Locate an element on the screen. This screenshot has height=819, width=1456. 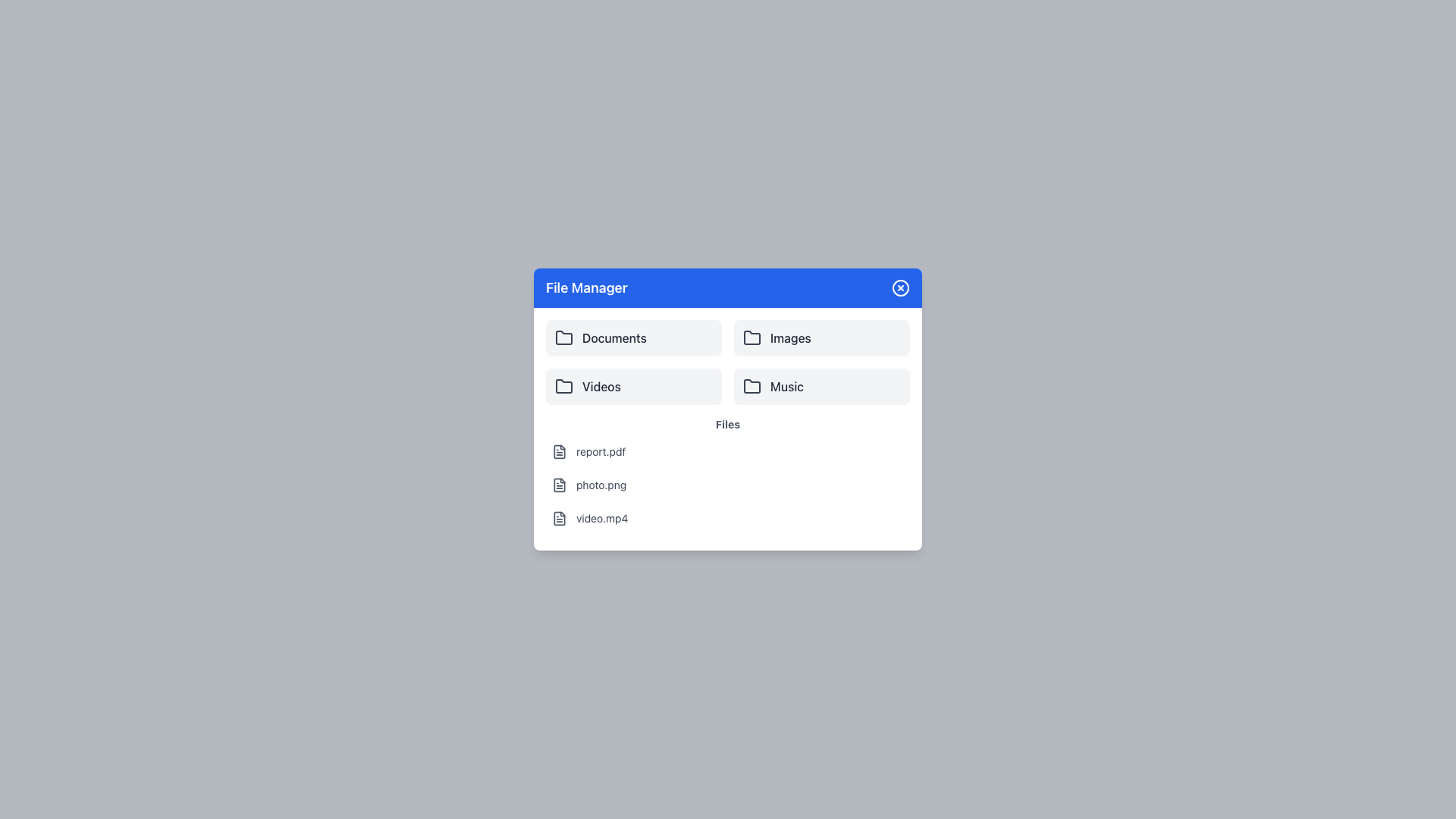
the 'Documents' button in the File Manager interface is located at coordinates (633, 337).